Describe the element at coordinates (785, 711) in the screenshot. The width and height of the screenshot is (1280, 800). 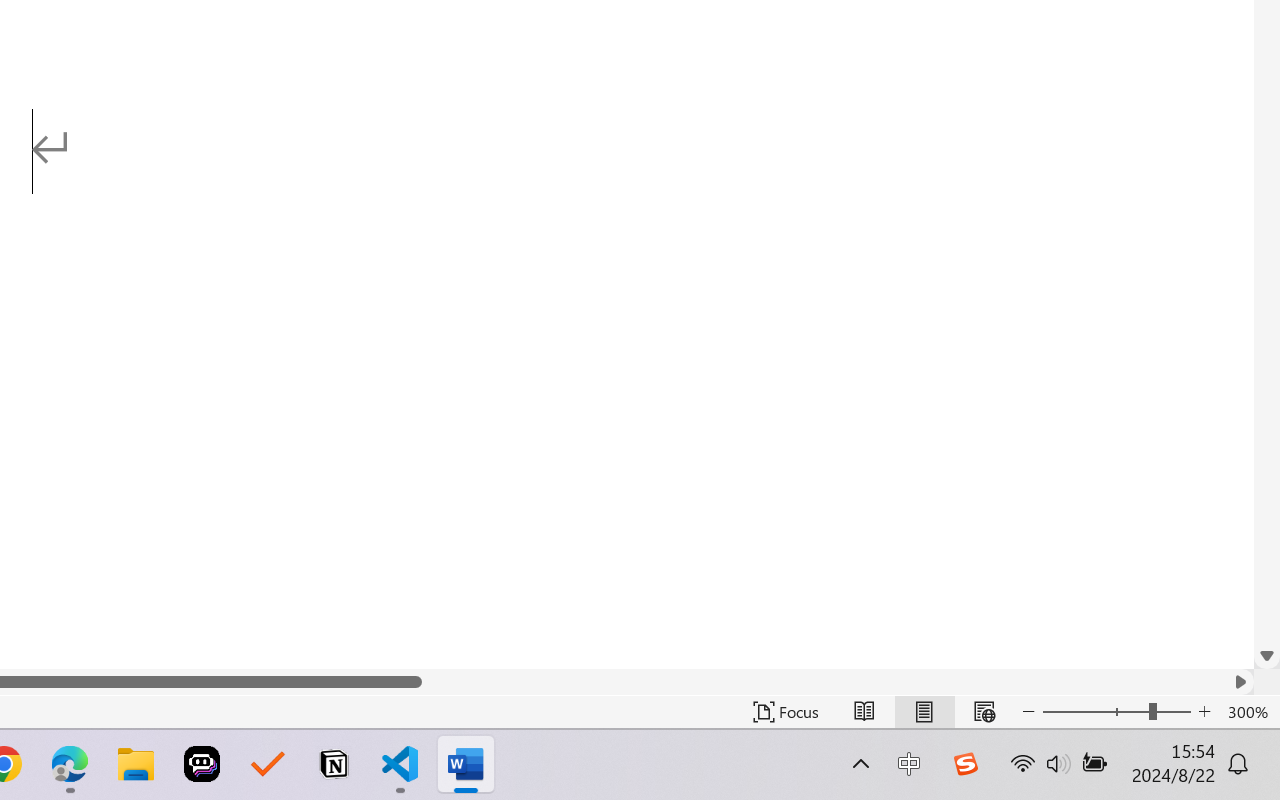
I see `'Focus '` at that location.